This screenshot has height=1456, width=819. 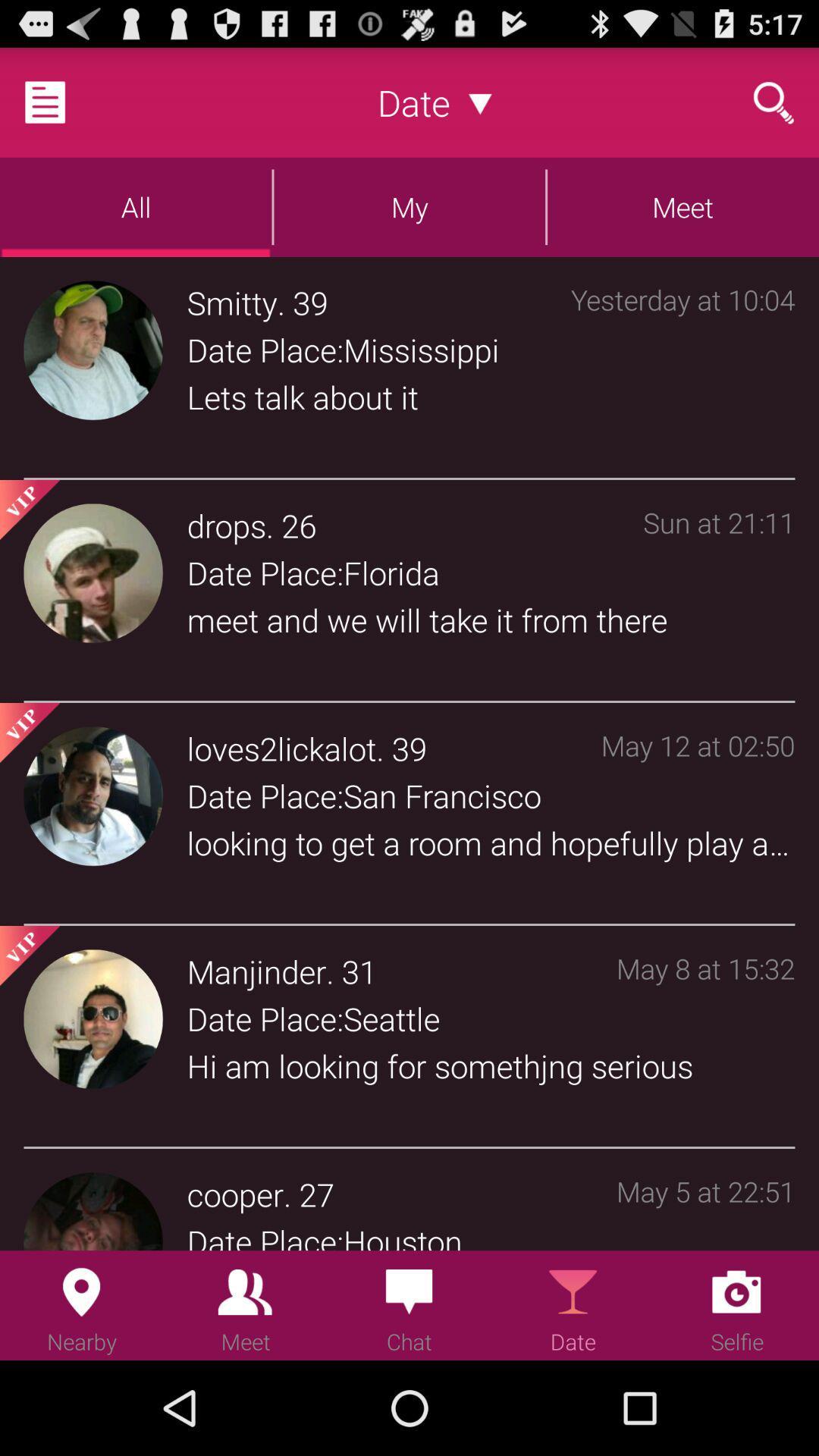 I want to click on cooper item, so click(x=235, y=1193).